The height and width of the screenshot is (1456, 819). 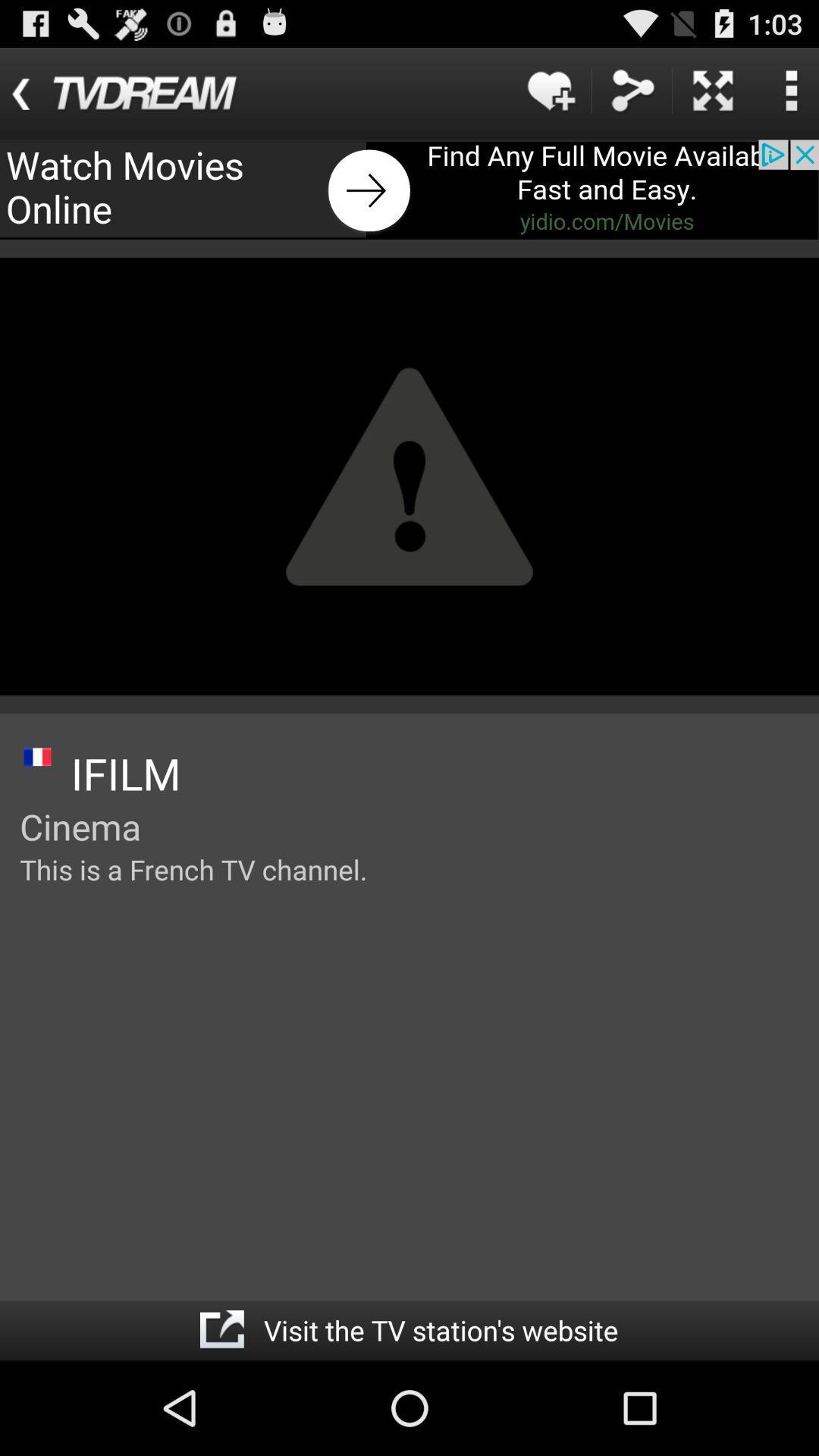 What do you see at coordinates (790, 96) in the screenshot?
I see `the more icon` at bounding box center [790, 96].